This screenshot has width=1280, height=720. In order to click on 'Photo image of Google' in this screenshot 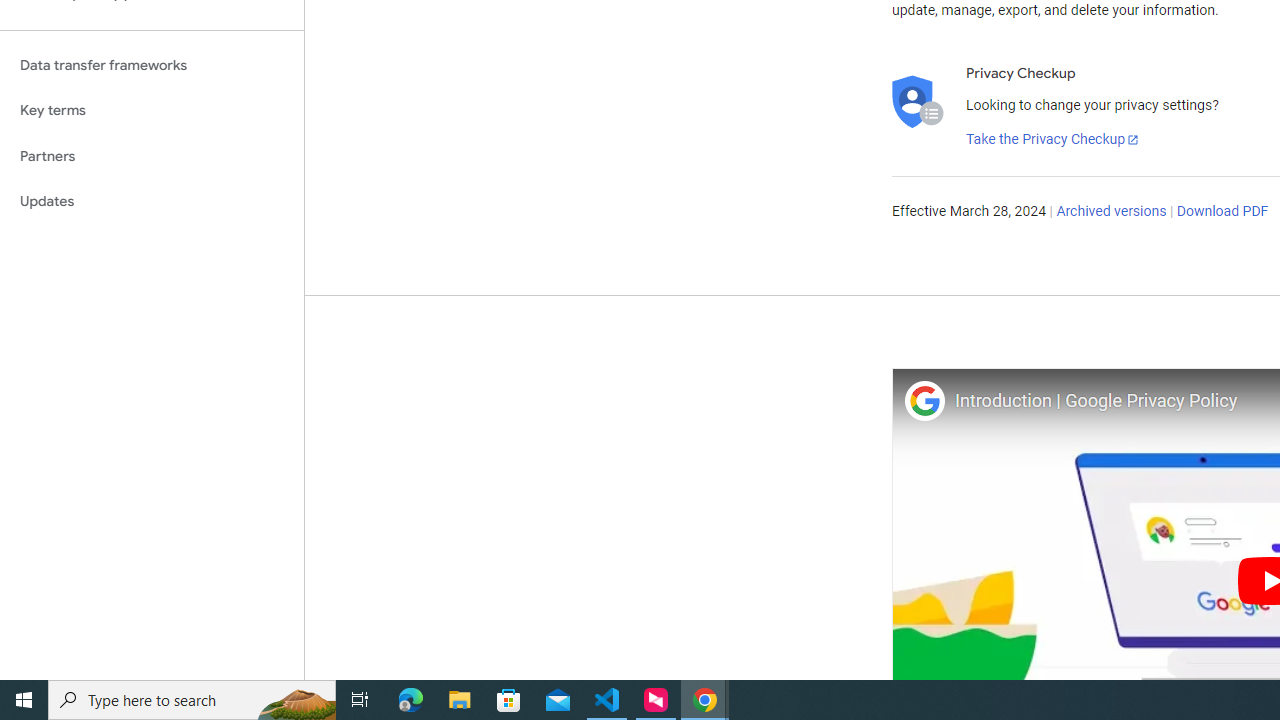, I will do `click(923, 400)`.